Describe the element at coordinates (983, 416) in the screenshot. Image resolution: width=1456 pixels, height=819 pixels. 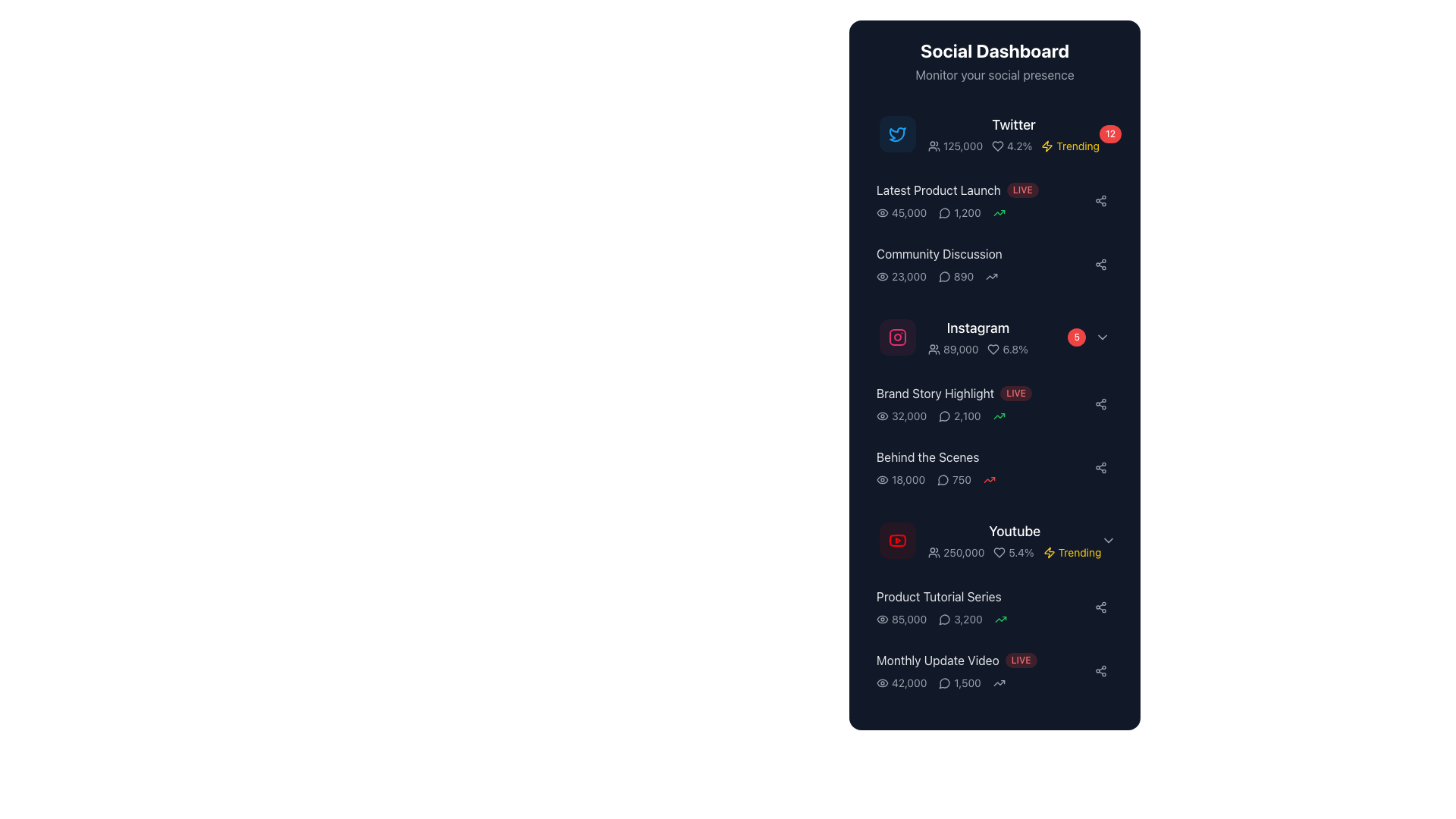
I see `the displayed statistics in the 'Brand Story Highlight' section, which is the third element in the sidebar below the title and 'LIVE' badge` at that location.